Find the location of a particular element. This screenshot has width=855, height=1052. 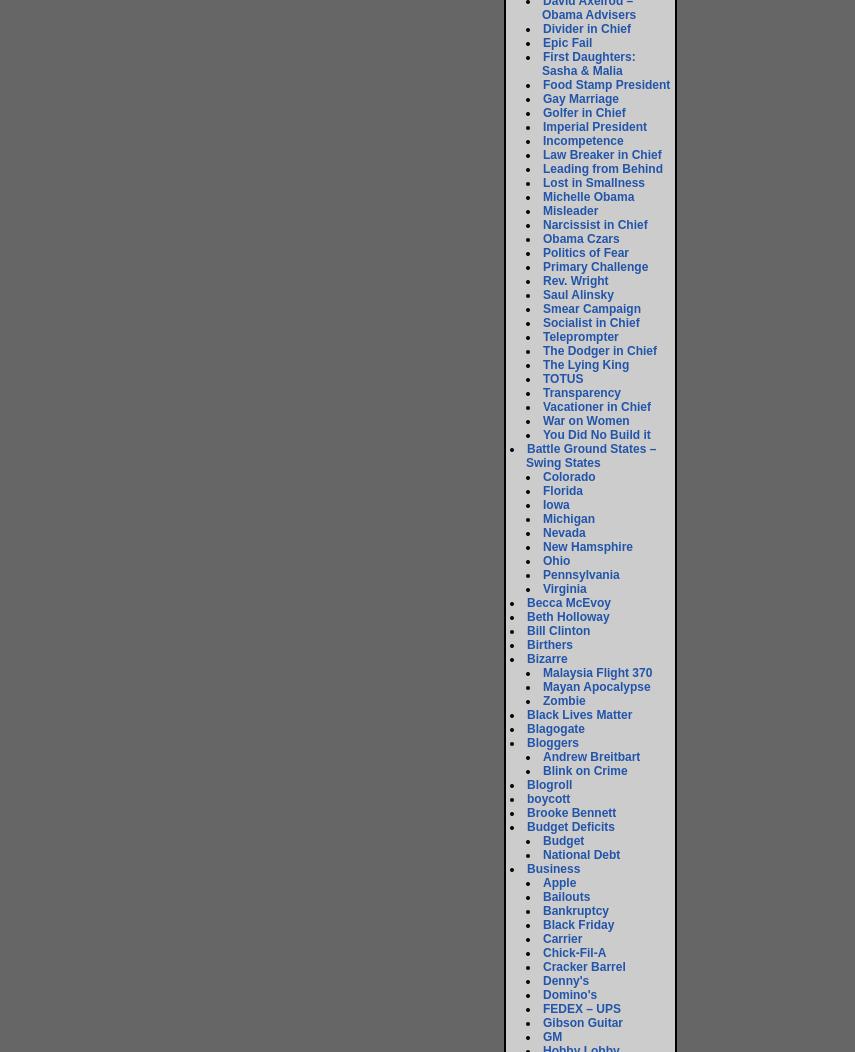

'Politics of Fear' is located at coordinates (543, 252).